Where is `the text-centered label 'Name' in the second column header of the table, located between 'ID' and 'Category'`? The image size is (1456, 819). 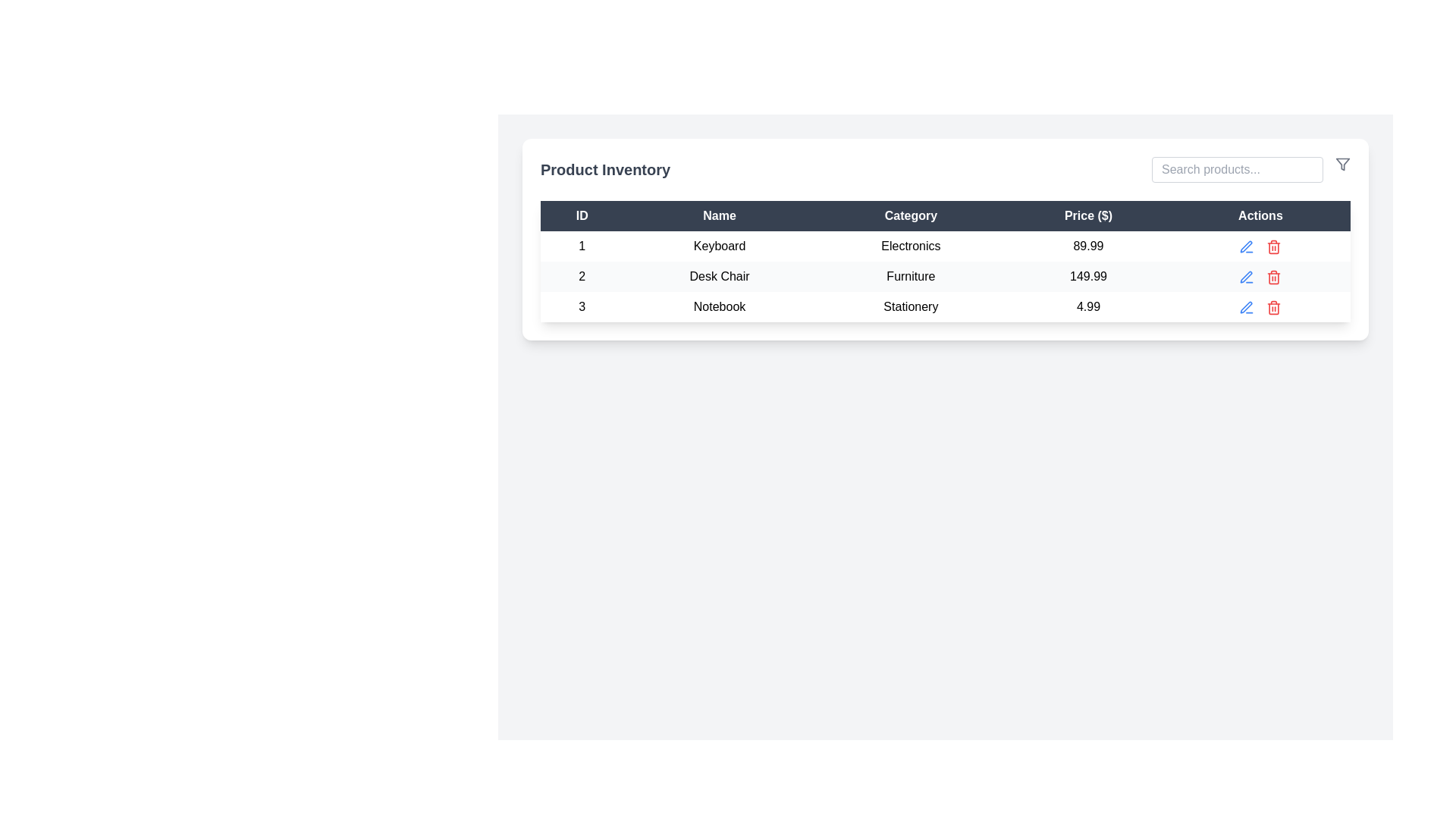 the text-centered label 'Name' in the second column header of the table, located between 'ID' and 'Category' is located at coordinates (719, 216).